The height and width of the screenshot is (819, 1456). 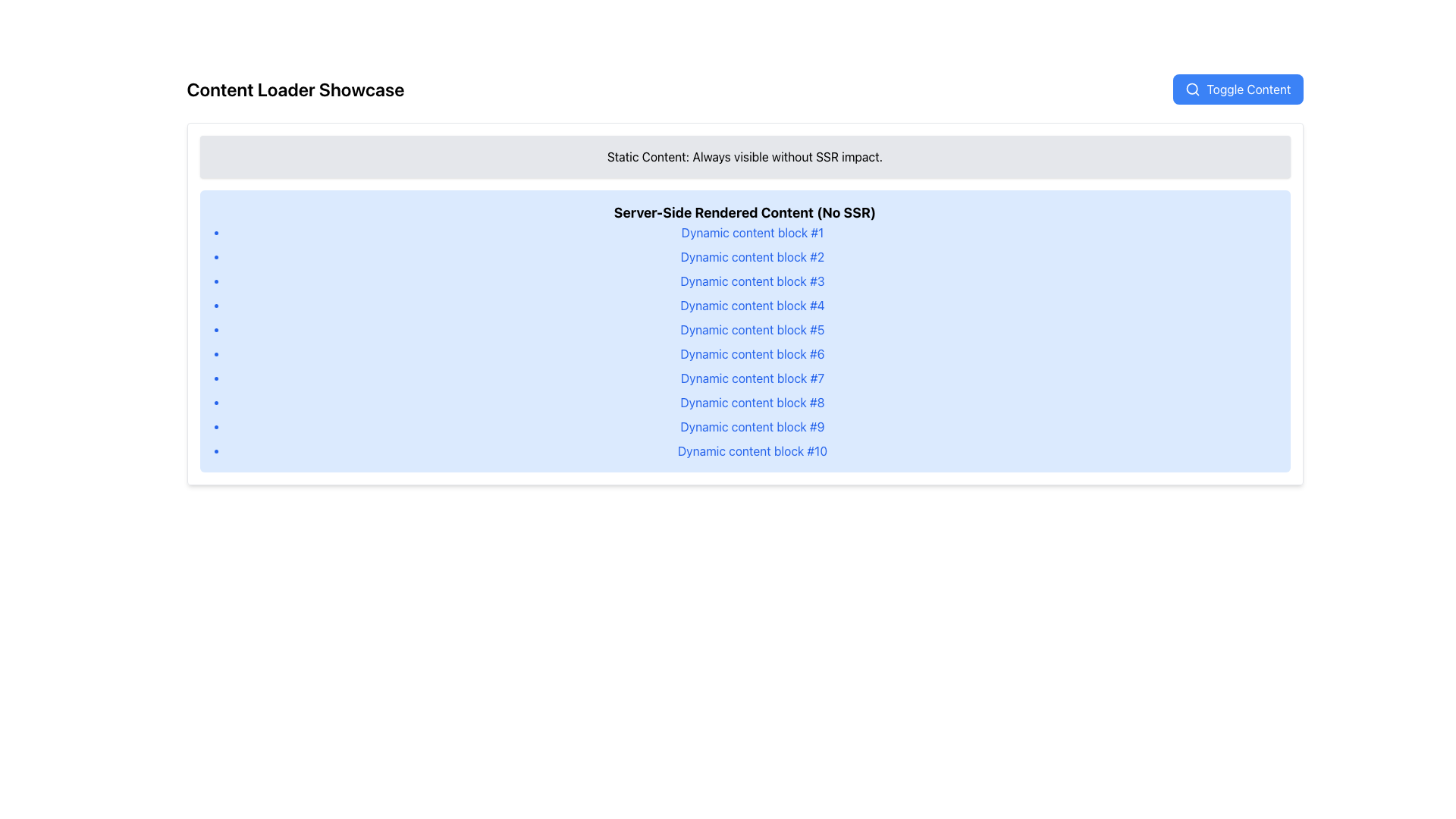 What do you see at coordinates (752, 329) in the screenshot?
I see `the fifth blue-text item in the list, which is part of a light blue section of the page` at bounding box center [752, 329].